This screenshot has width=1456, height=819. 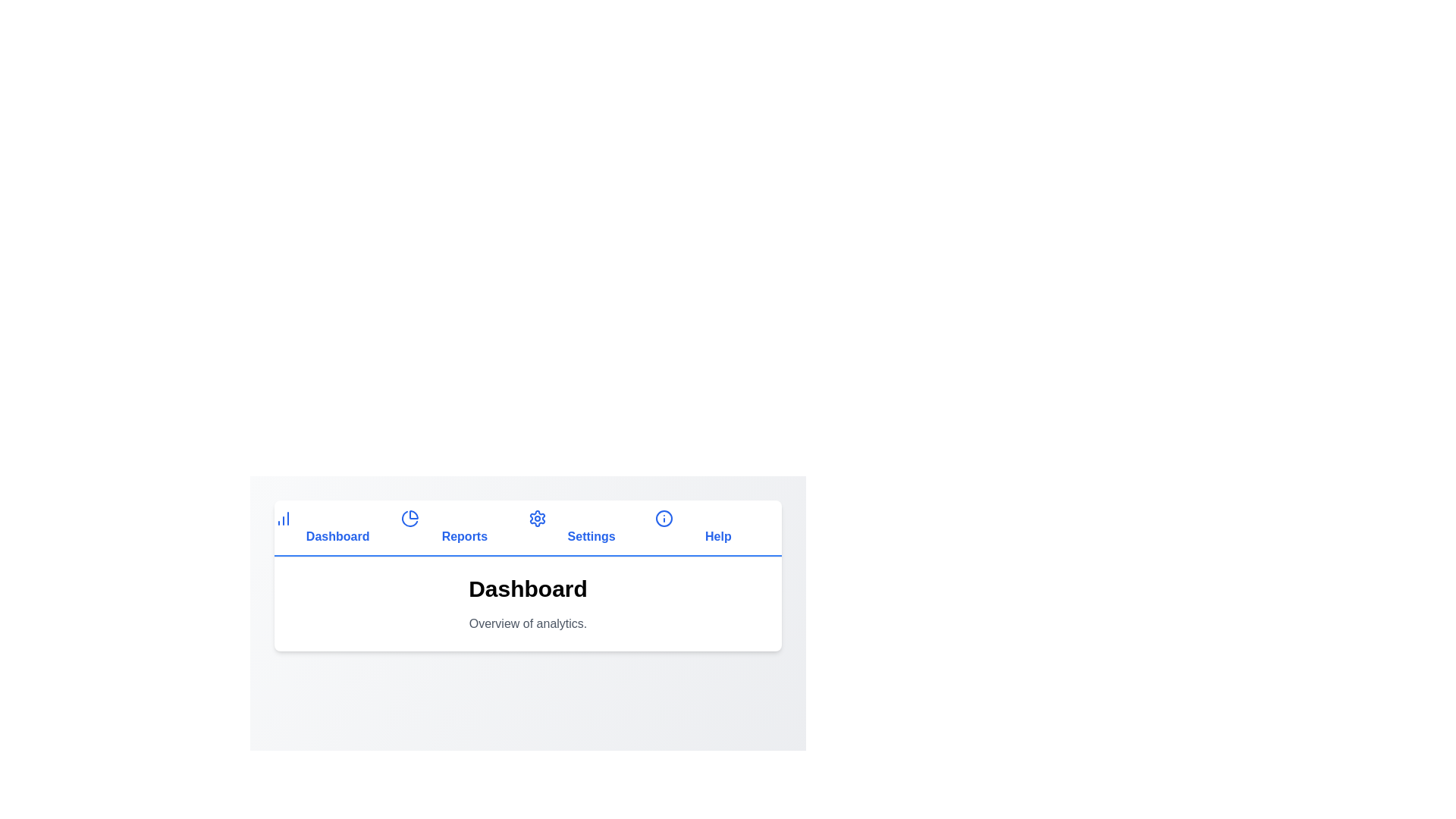 I want to click on the 'Settings' Icon in the navigation bar, so click(x=537, y=517).